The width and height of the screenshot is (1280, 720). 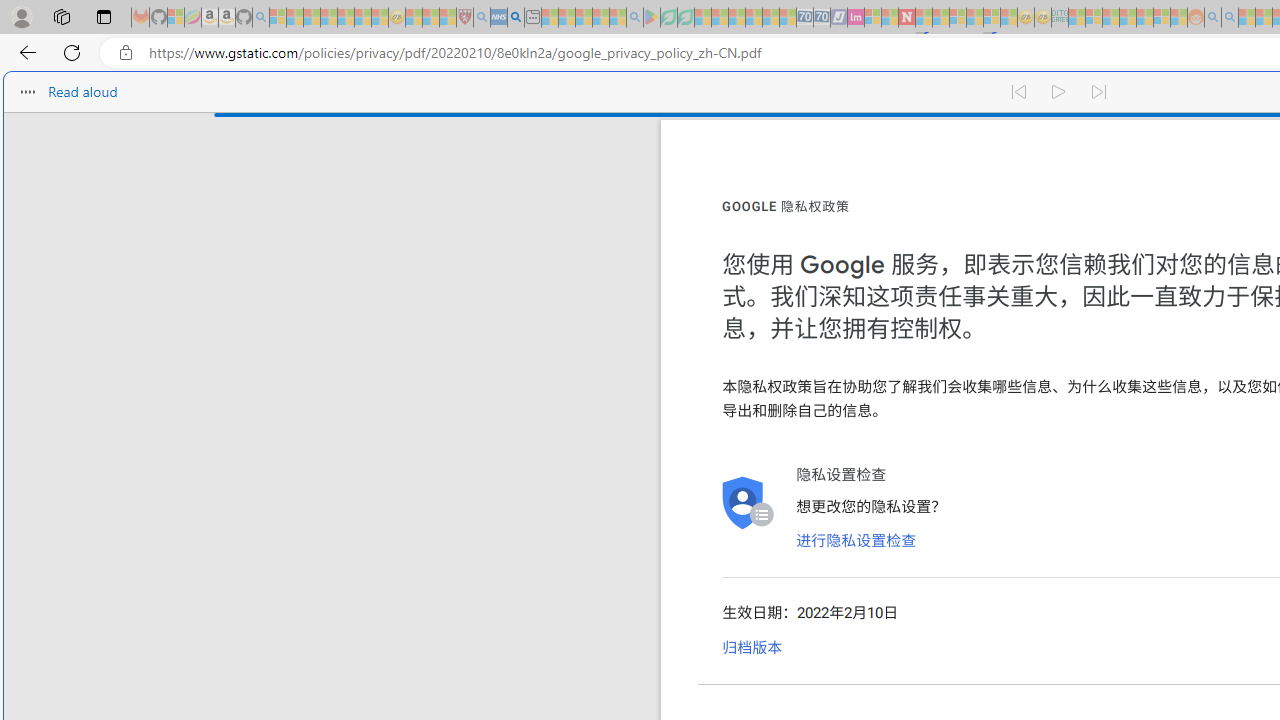 I want to click on 'Jobs - lastminute.com Investor Portal - Sleeping', so click(x=855, y=17).